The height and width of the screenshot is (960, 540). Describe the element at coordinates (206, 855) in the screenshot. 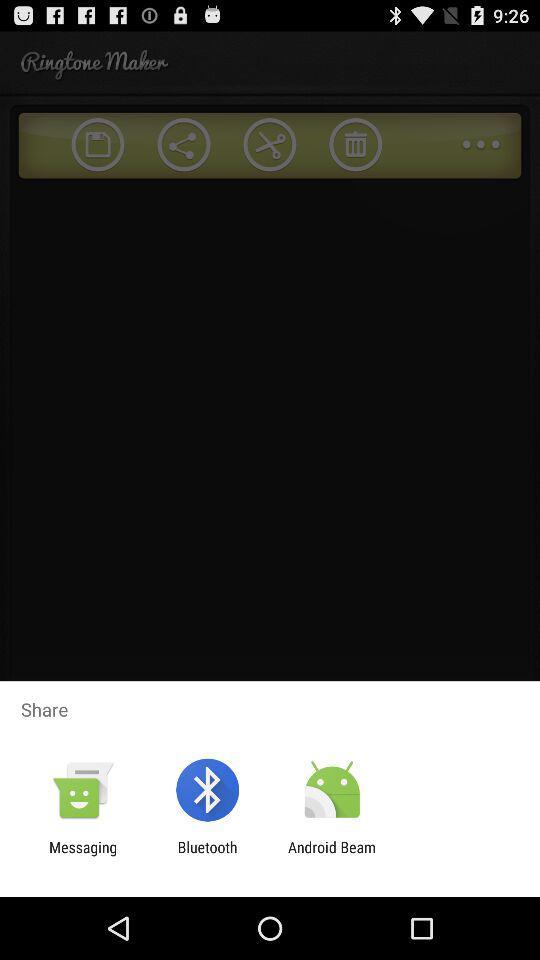

I see `item next to the android beam app` at that location.